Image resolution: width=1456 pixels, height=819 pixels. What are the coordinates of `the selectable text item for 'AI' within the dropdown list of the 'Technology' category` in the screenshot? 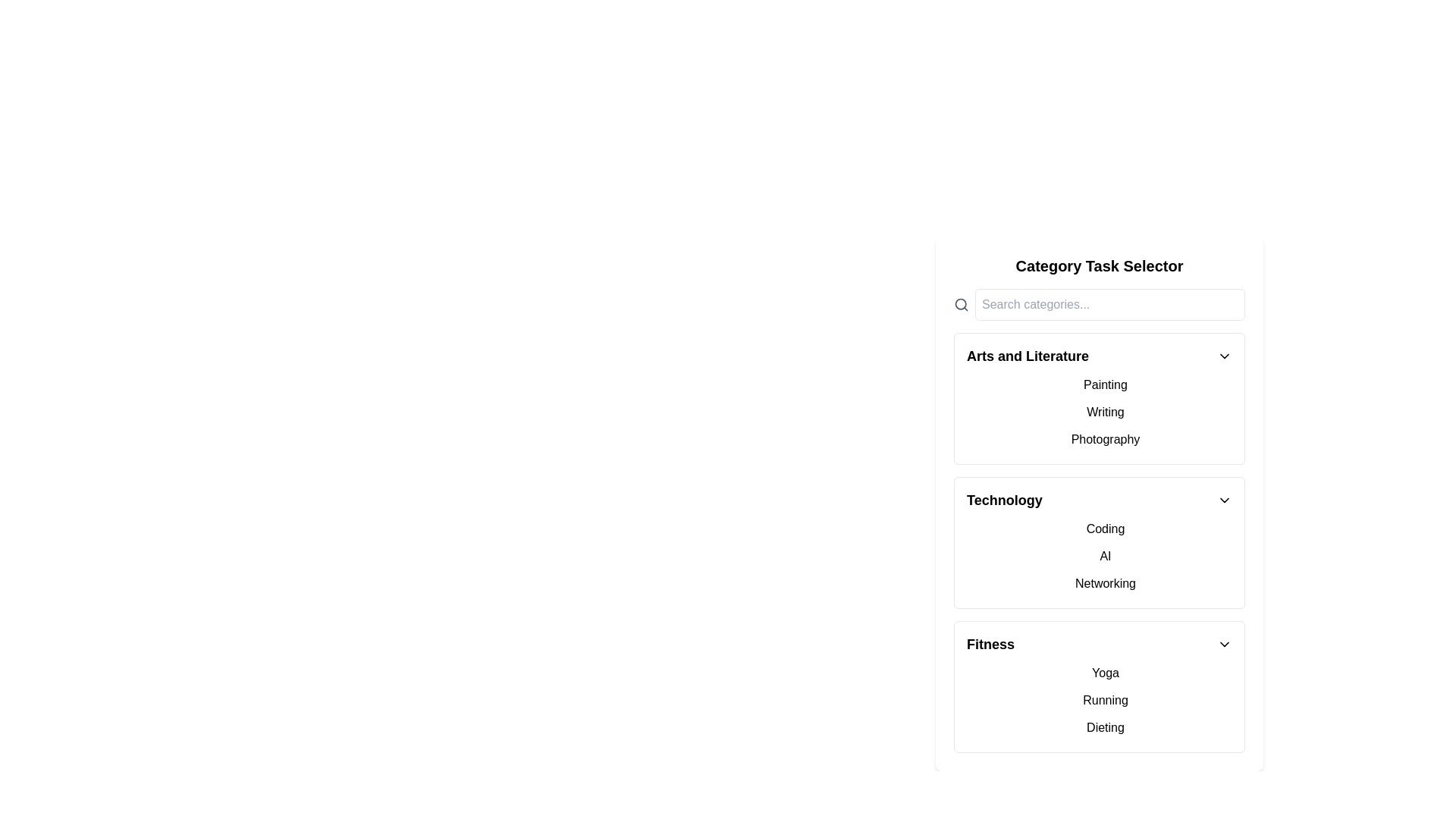 It's located at (1099, 556).